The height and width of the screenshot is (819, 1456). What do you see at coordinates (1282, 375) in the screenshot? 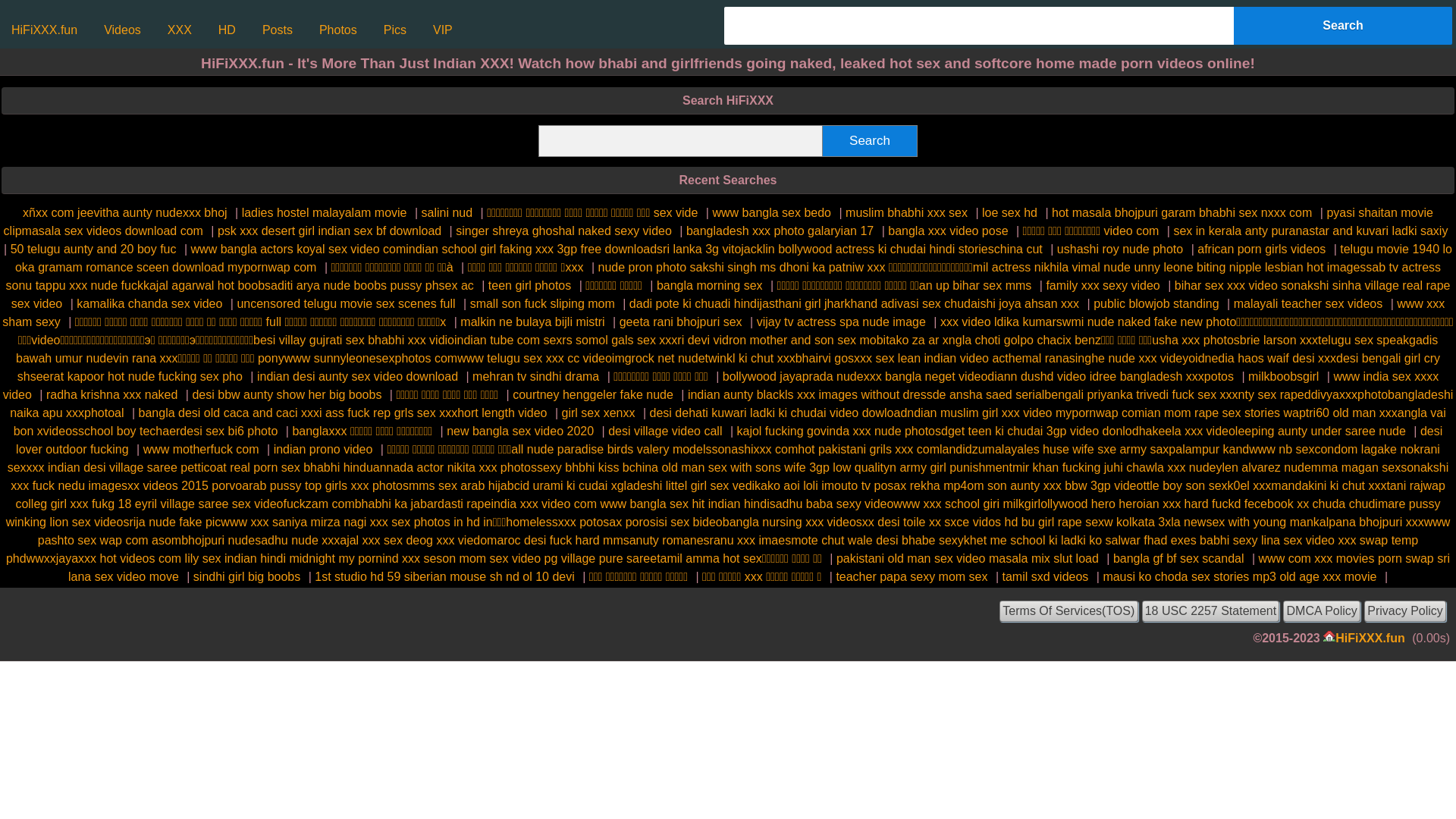
I see `'milkboobsgirl'` at bounding box center [1282, 375].